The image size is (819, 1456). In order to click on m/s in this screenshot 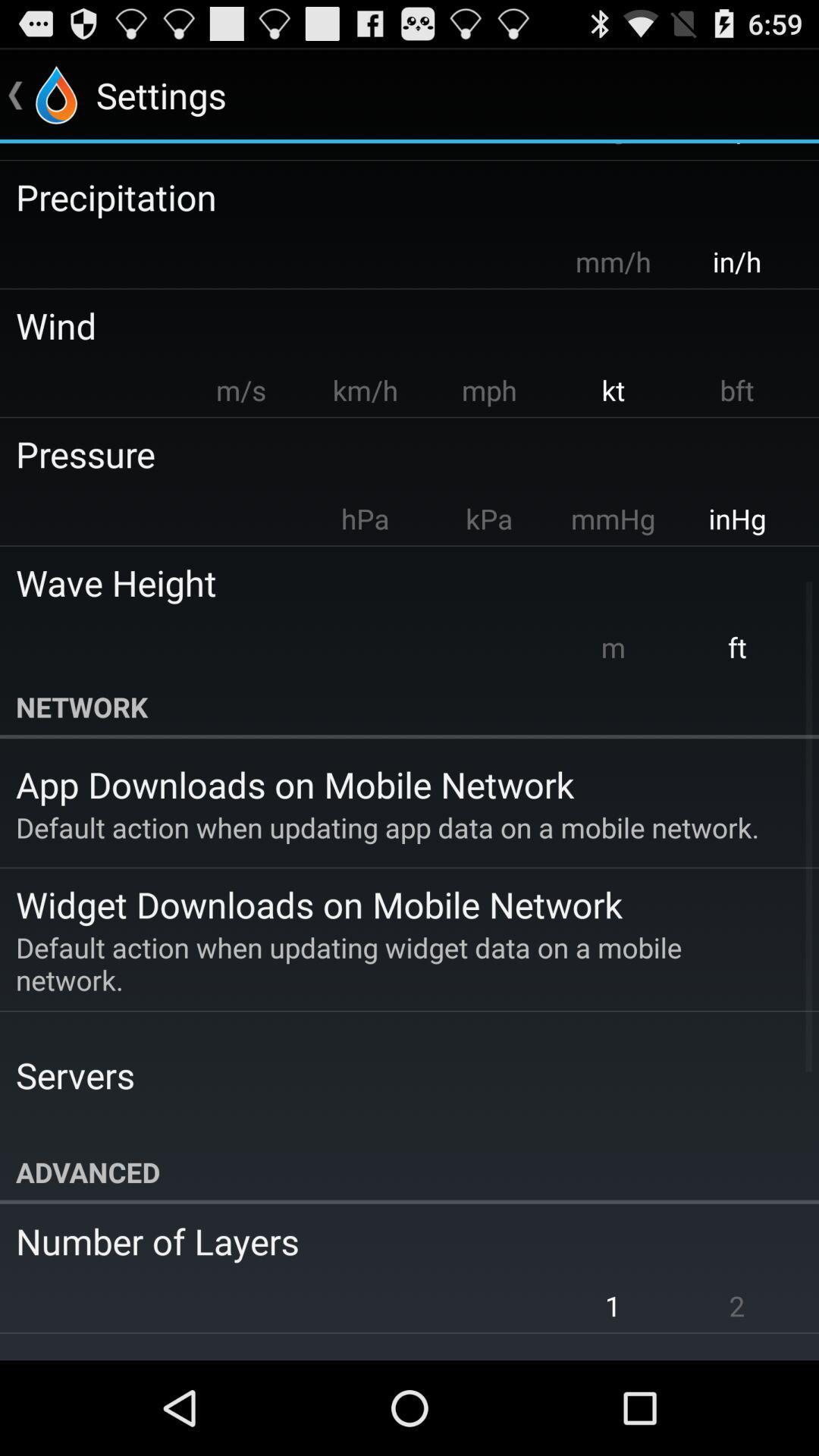, I will do `click(240, 390)`.